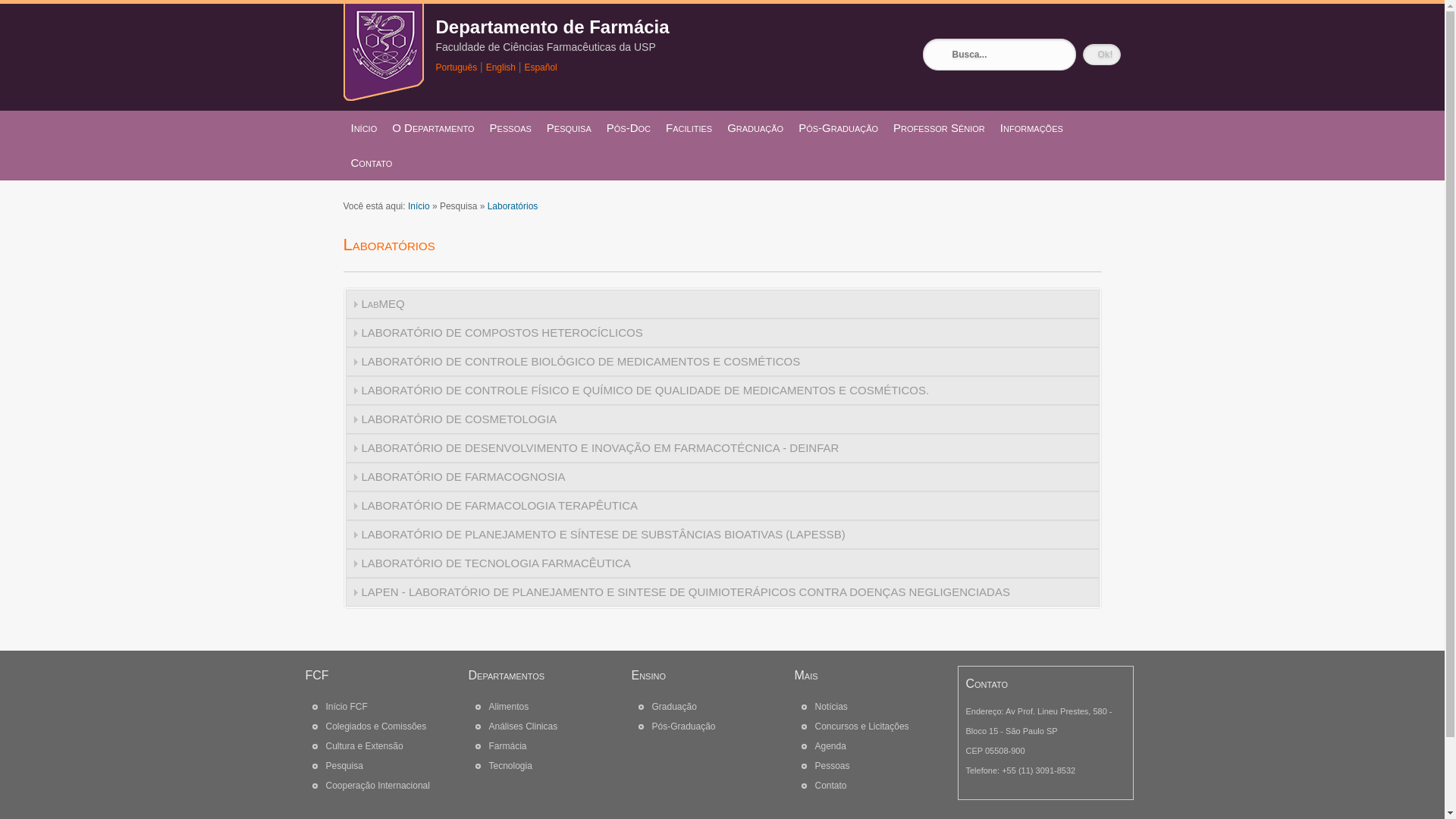  What do you see at coordinates (814, 745) in the screenshot?
I see `'Agenda'` at bounding box center [814, 745].